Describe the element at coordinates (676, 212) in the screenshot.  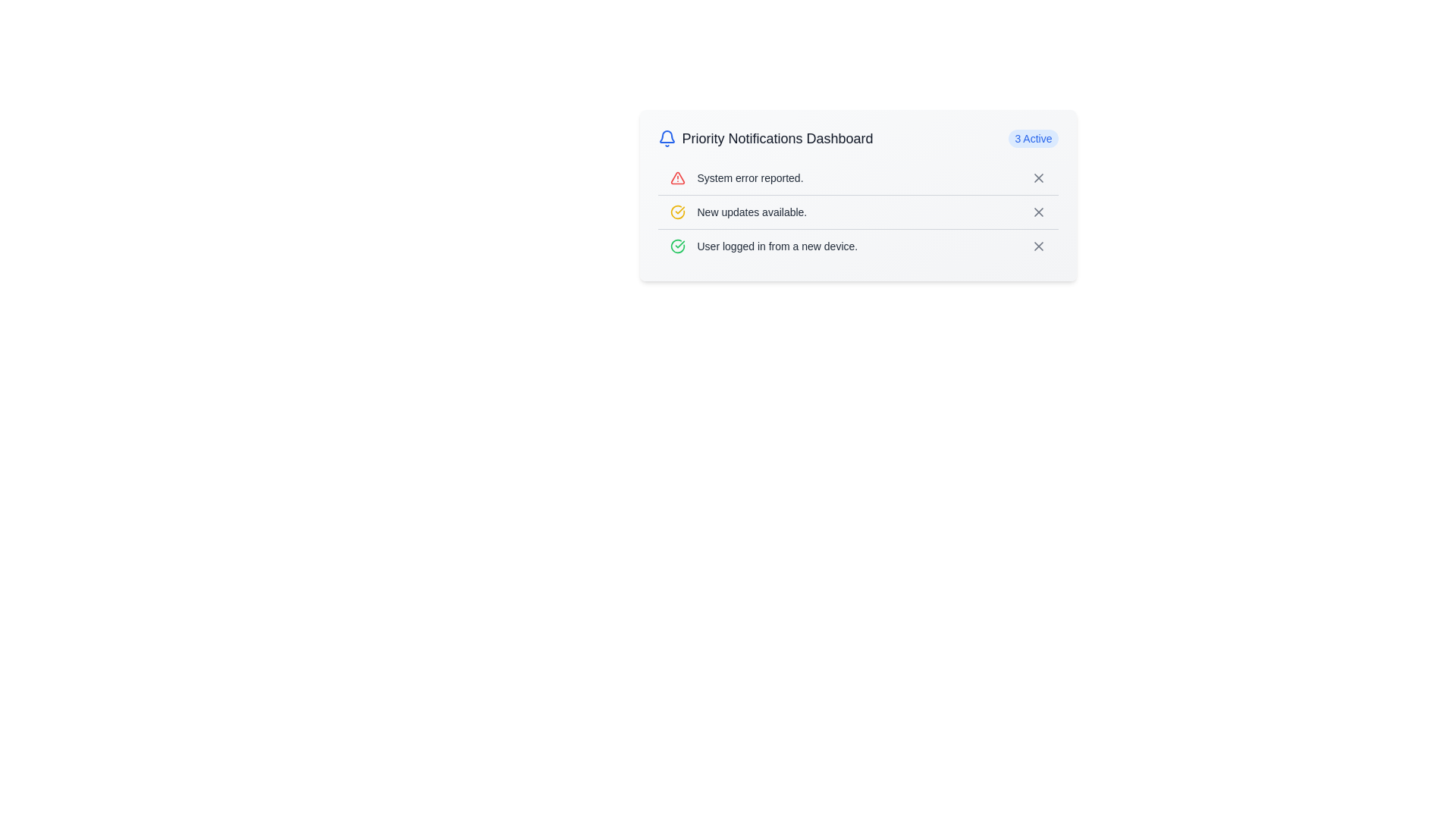
I see `the update indicator icon located to the left of the text 'New updates available.'` at that location.